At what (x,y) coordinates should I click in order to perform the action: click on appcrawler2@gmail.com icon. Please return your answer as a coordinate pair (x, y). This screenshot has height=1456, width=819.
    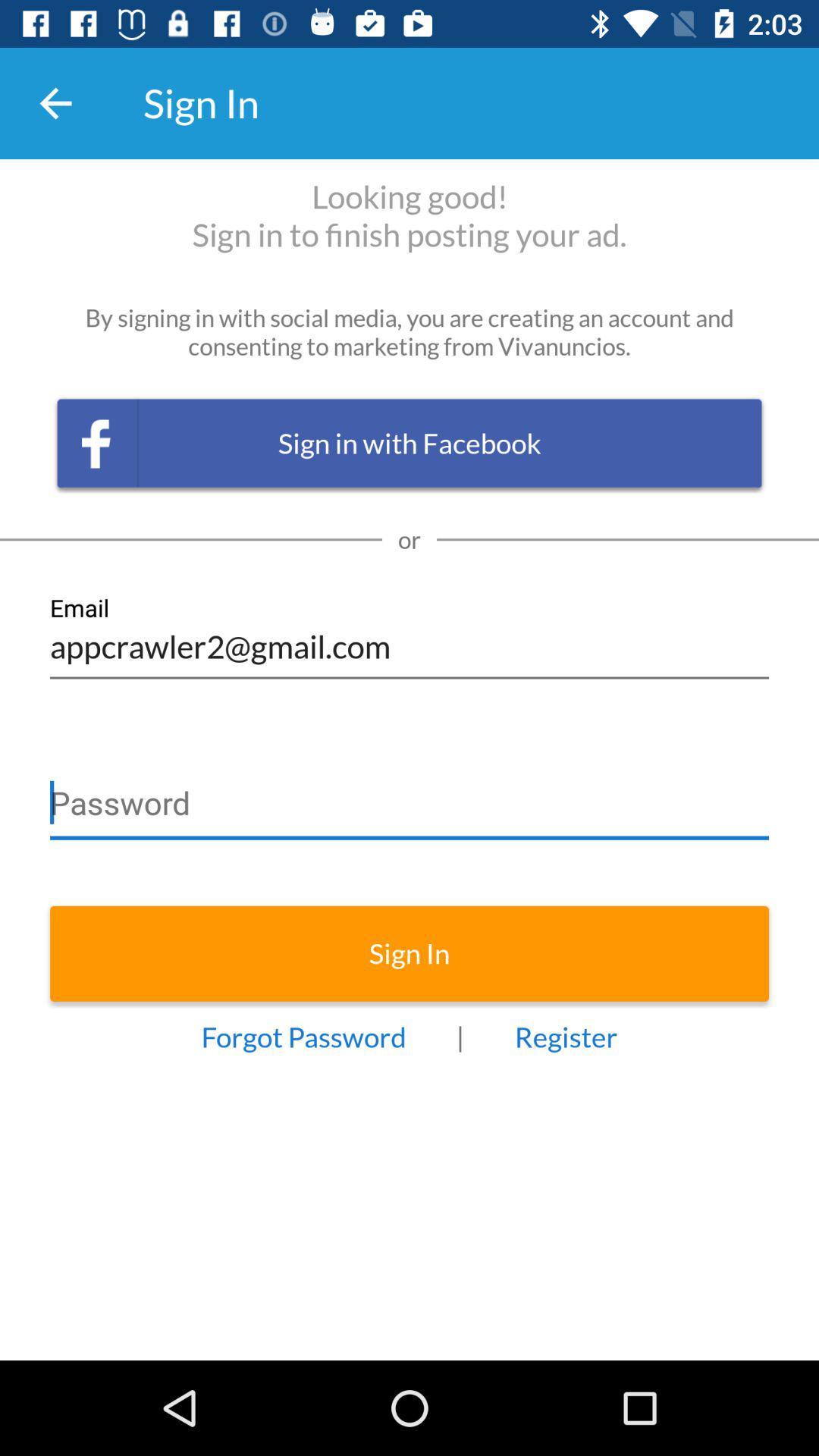
    Looking at the image, I should click on (409, 637).